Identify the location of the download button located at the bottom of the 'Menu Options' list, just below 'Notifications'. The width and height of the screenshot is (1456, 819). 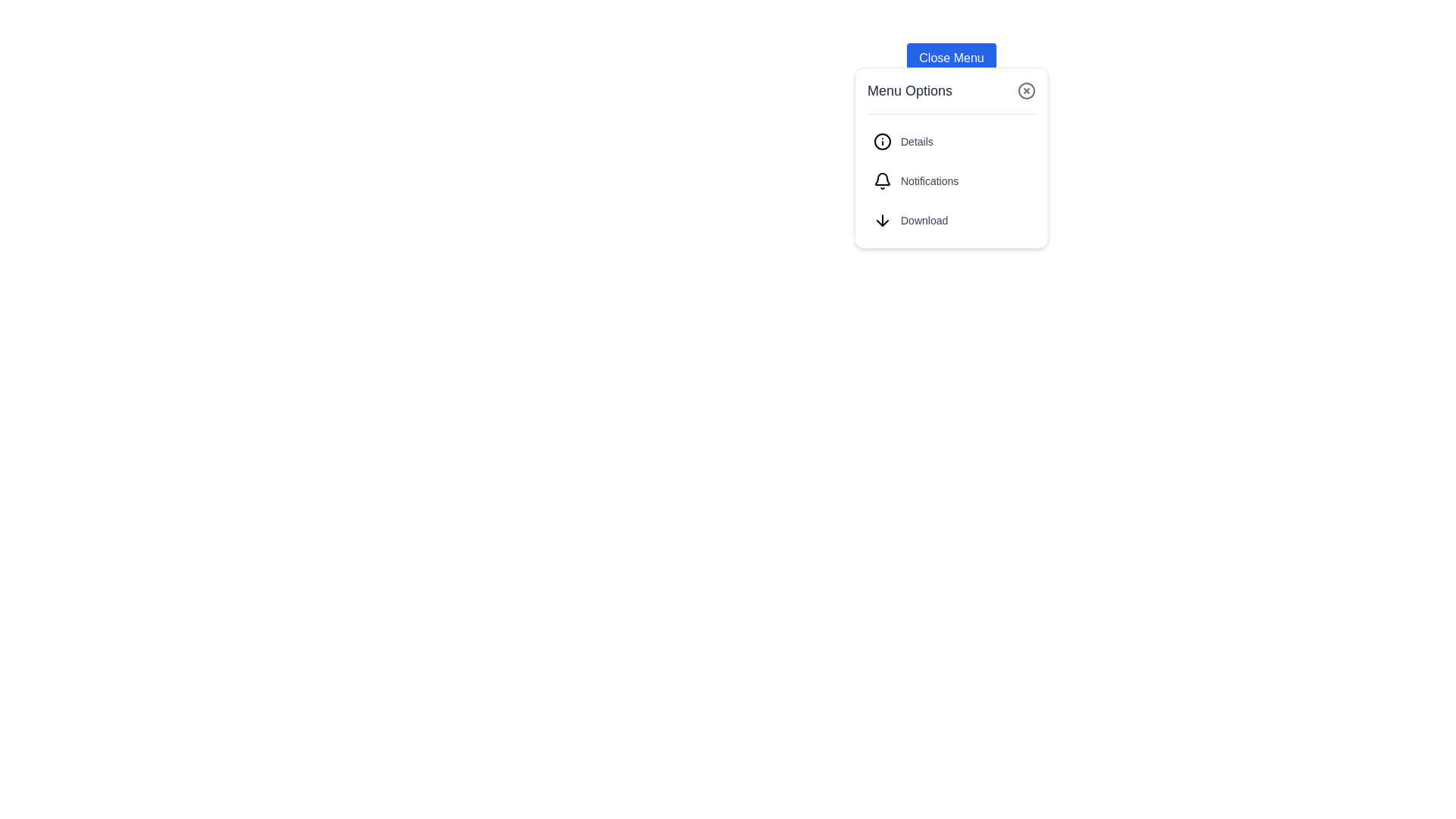
(950, 220).